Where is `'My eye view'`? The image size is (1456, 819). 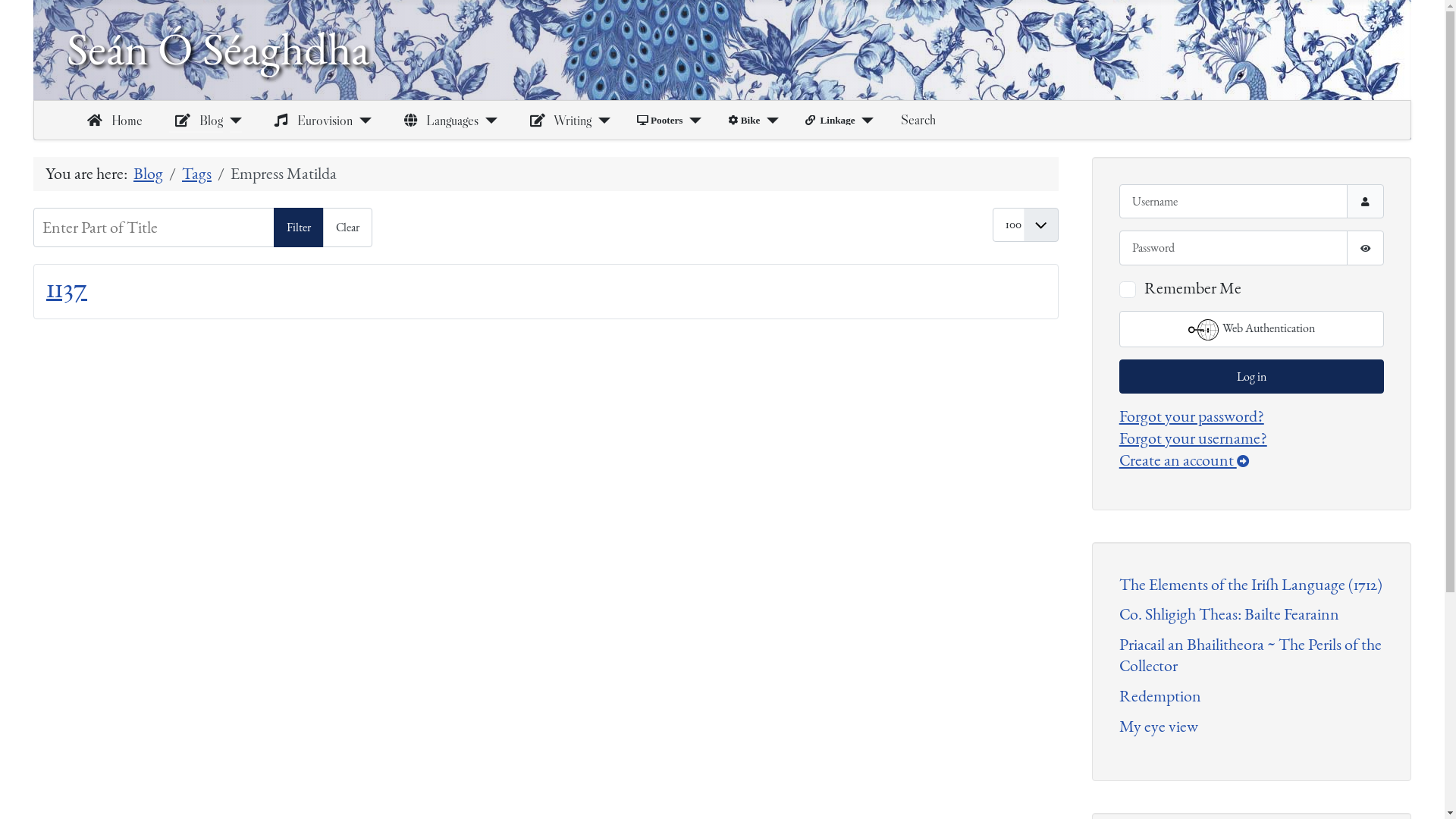
'My eye view' is located at coordinates (1157, 725).